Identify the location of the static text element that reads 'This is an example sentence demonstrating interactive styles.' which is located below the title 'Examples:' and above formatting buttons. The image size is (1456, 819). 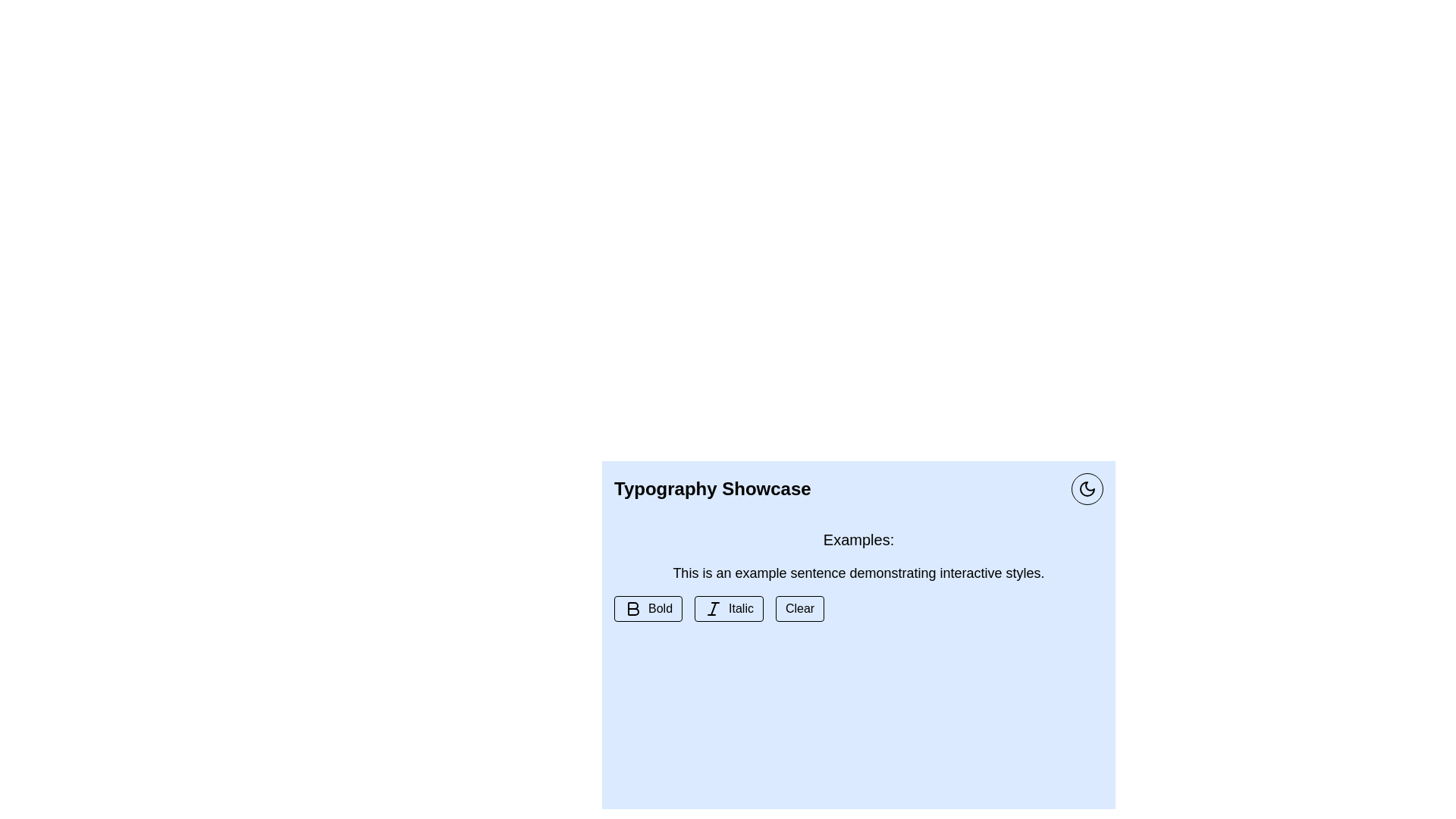
(858, 573).